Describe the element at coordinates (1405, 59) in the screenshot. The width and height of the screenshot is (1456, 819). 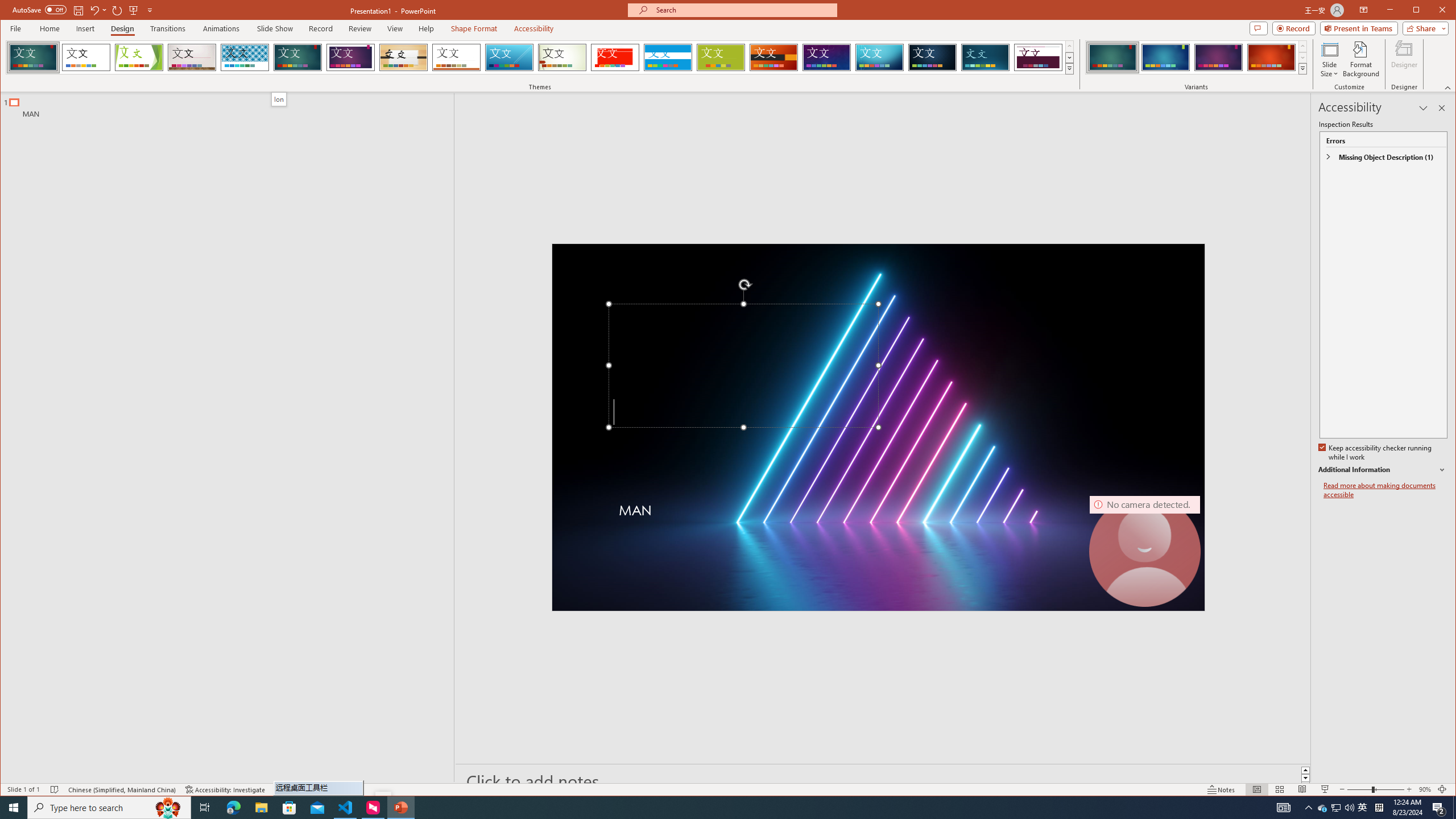
I see `'Designer'` at that location.